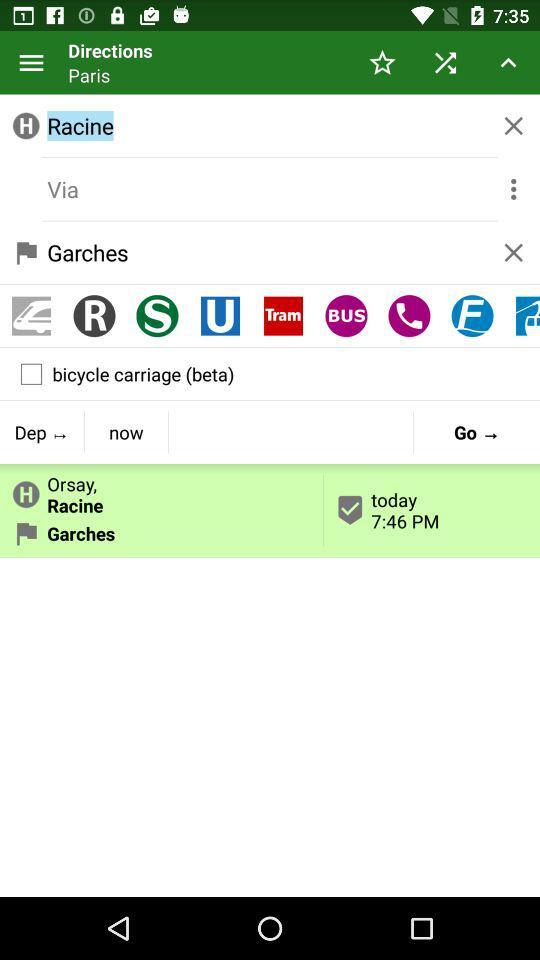  I want to click on the item to the right of orsay,, so click(475, 432).